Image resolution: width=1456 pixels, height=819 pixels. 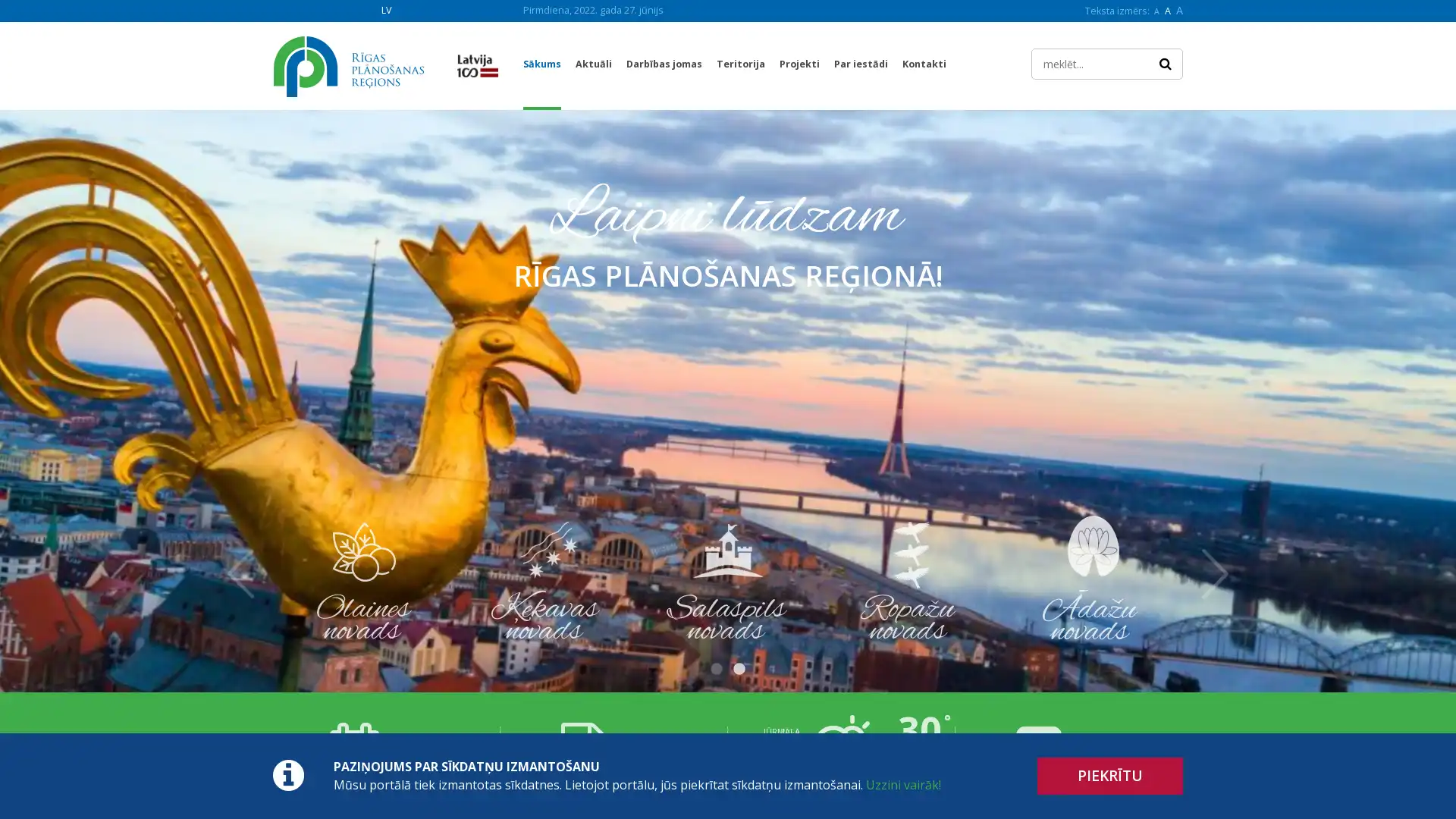 What do you see at coordinates (716, 669) in the screenshot?
I see `1` at bounding box center [716, 669].